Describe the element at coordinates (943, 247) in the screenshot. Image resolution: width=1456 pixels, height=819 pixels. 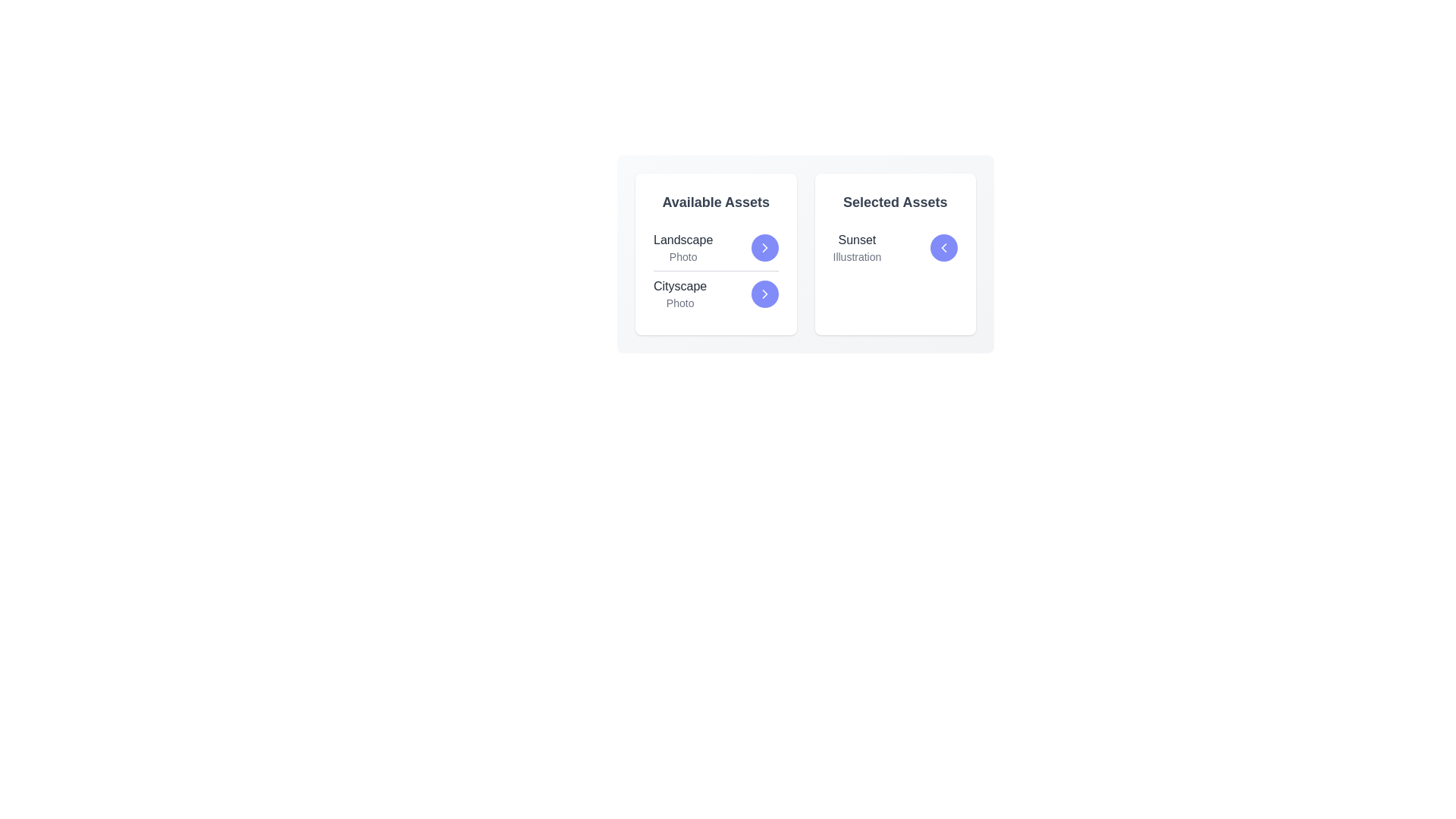
I see `left arrow button next to the 'Sunset' asset in the 'Selected Assets' list` at that location.